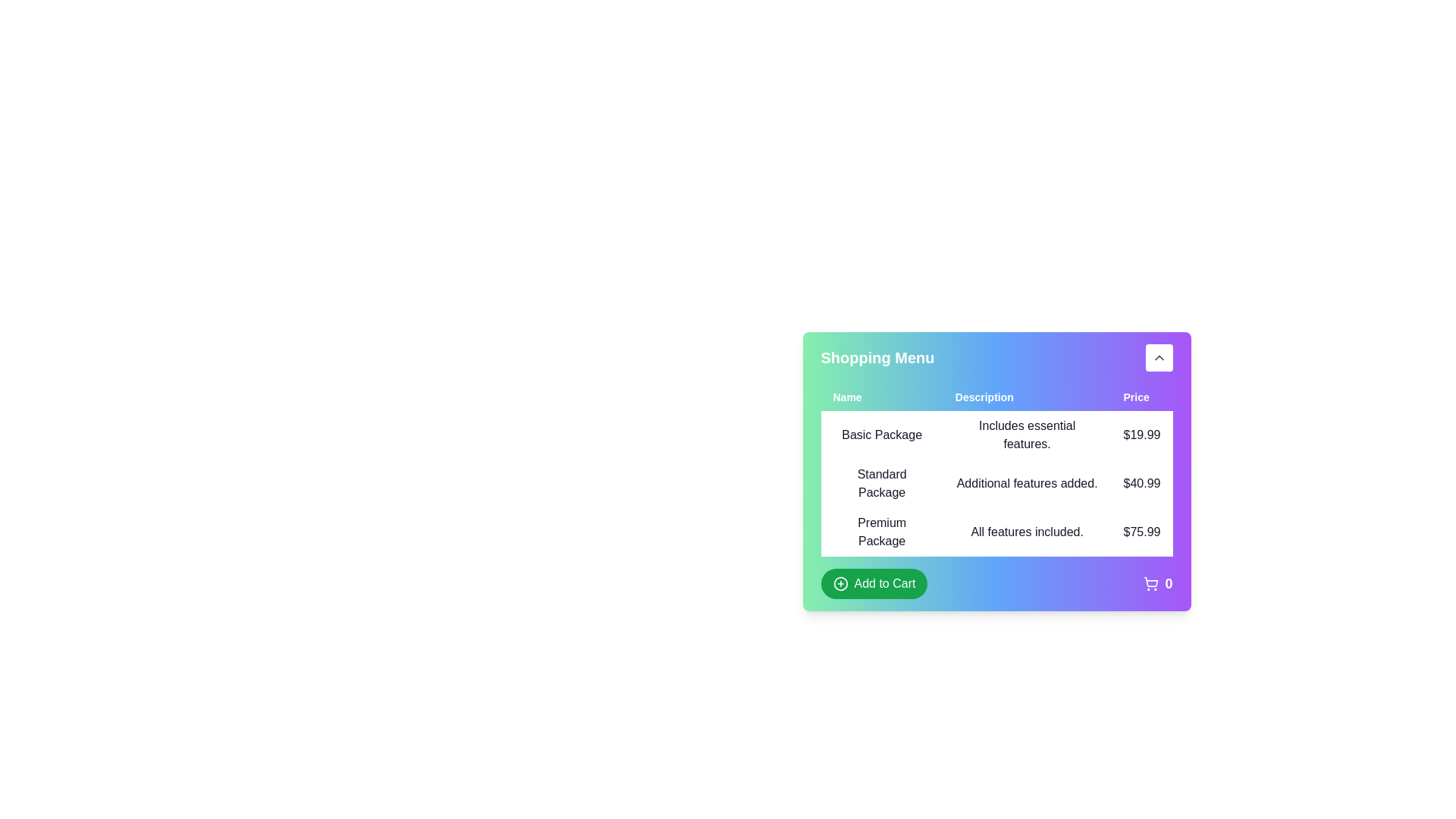 Image resolution: width=1456 pixels, height=819 pixels. What do you see at coordinates (882, 483) in the screenshot?
I see `the 'Standard Package' text label, which is displayed in dark color on a white background, located in the middle row under the 'Name' column of the 'Shopping Menu' interface` at bounding box center [882, 483].